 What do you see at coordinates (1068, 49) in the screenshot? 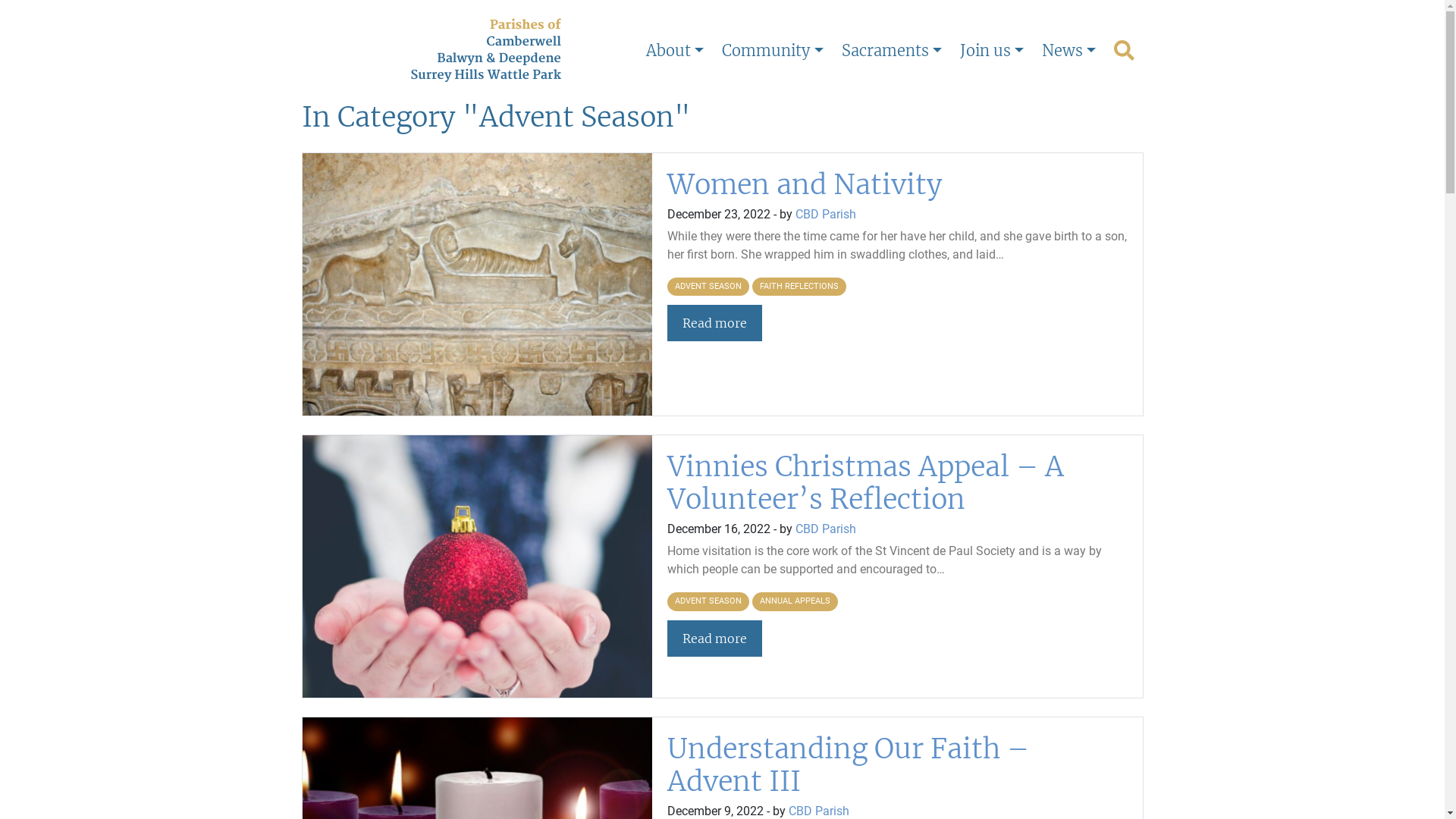
I see `'News'` at bounding box center [1068, 49].